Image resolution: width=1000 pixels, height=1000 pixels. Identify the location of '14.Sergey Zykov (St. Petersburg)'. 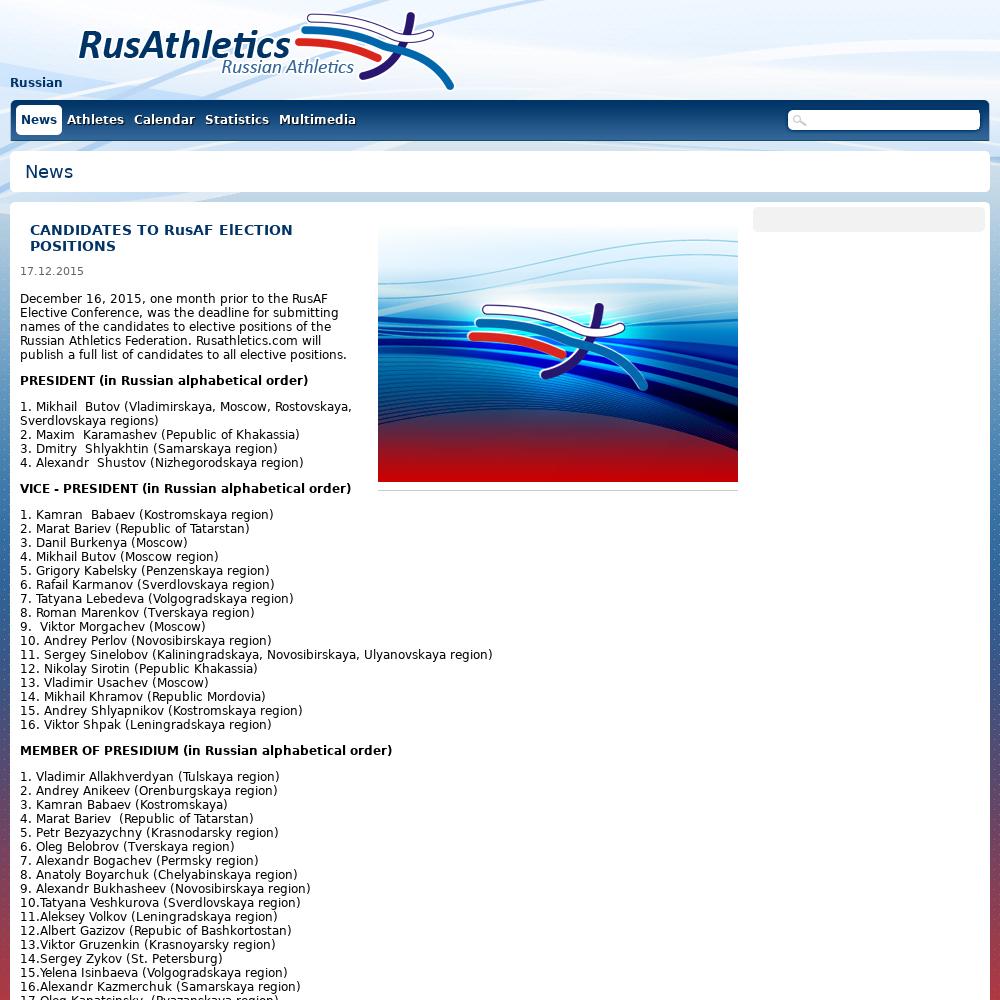
(20, 958).